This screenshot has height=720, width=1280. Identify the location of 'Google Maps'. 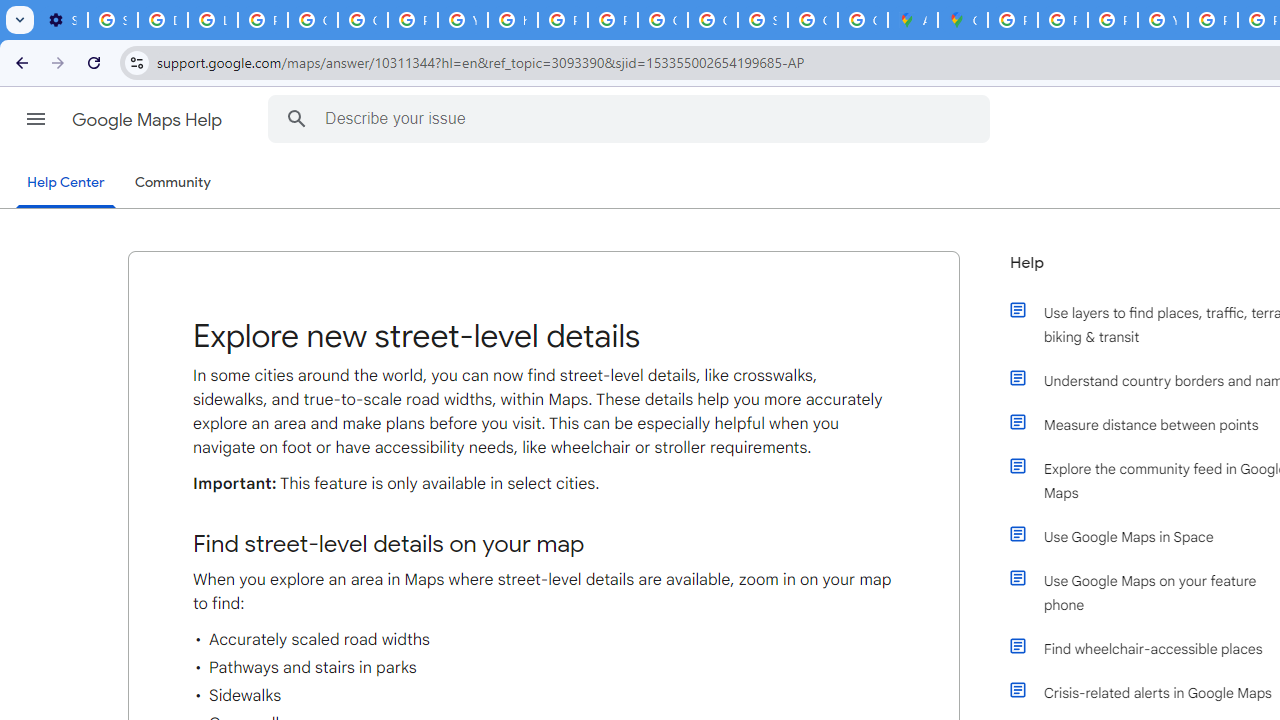
(963, 20).